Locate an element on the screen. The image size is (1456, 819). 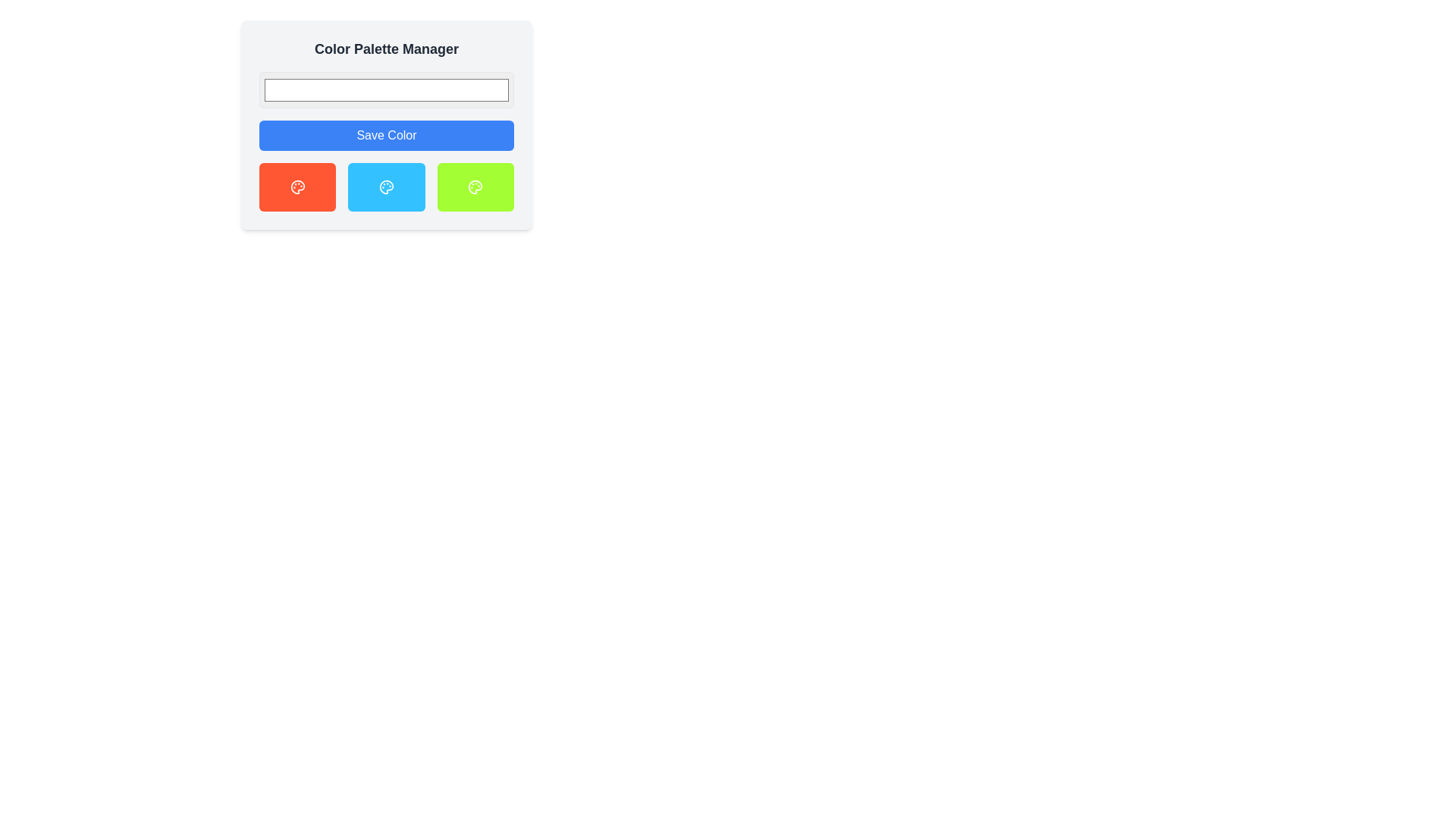
the color selection element, which is the middle rectangle in a grid of three is located at coordinates (386, 186).